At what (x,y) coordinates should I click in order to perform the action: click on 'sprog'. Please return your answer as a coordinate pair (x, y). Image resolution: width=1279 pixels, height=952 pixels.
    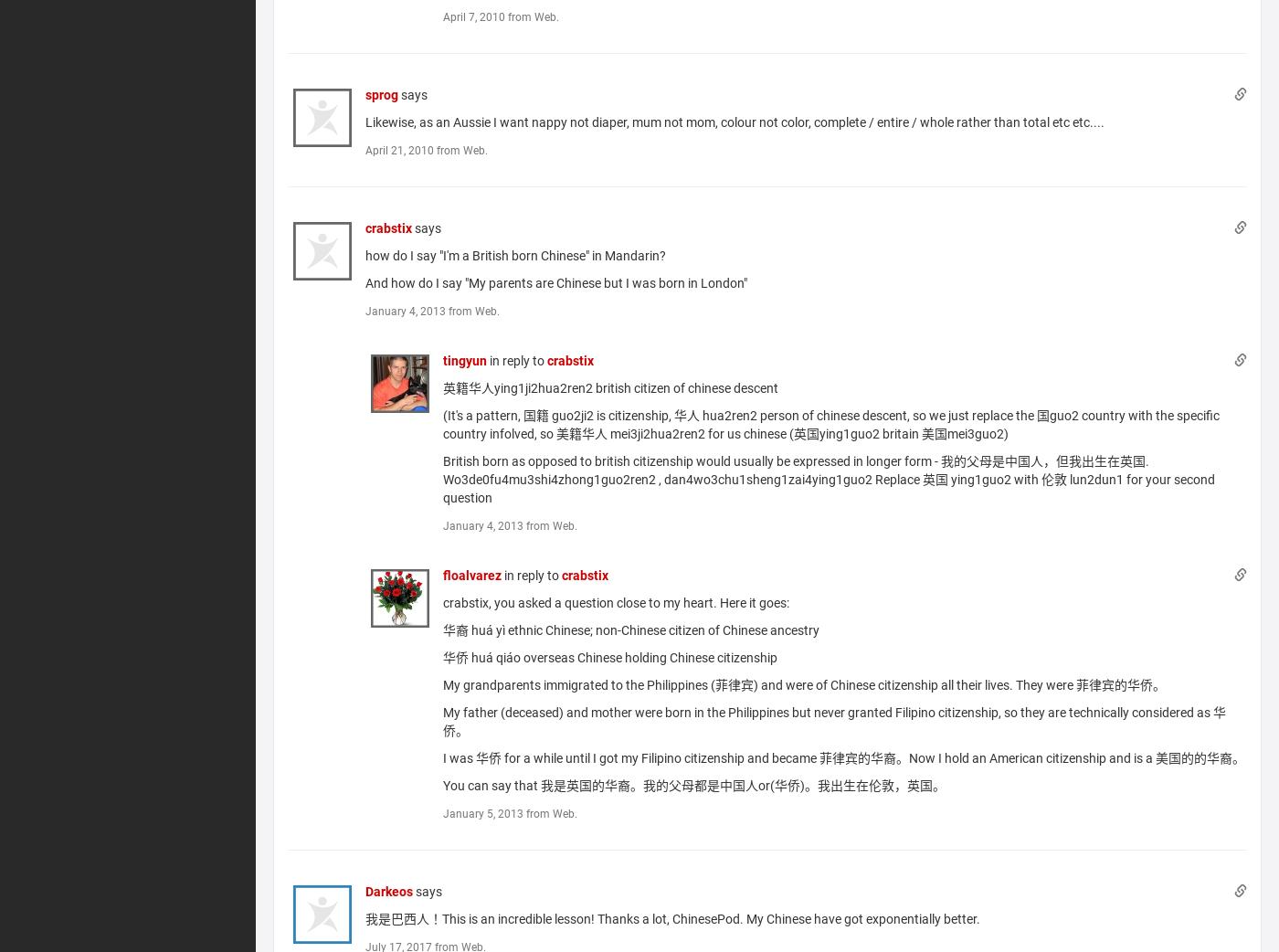
    Looking at the image, I should click on (382, 94).